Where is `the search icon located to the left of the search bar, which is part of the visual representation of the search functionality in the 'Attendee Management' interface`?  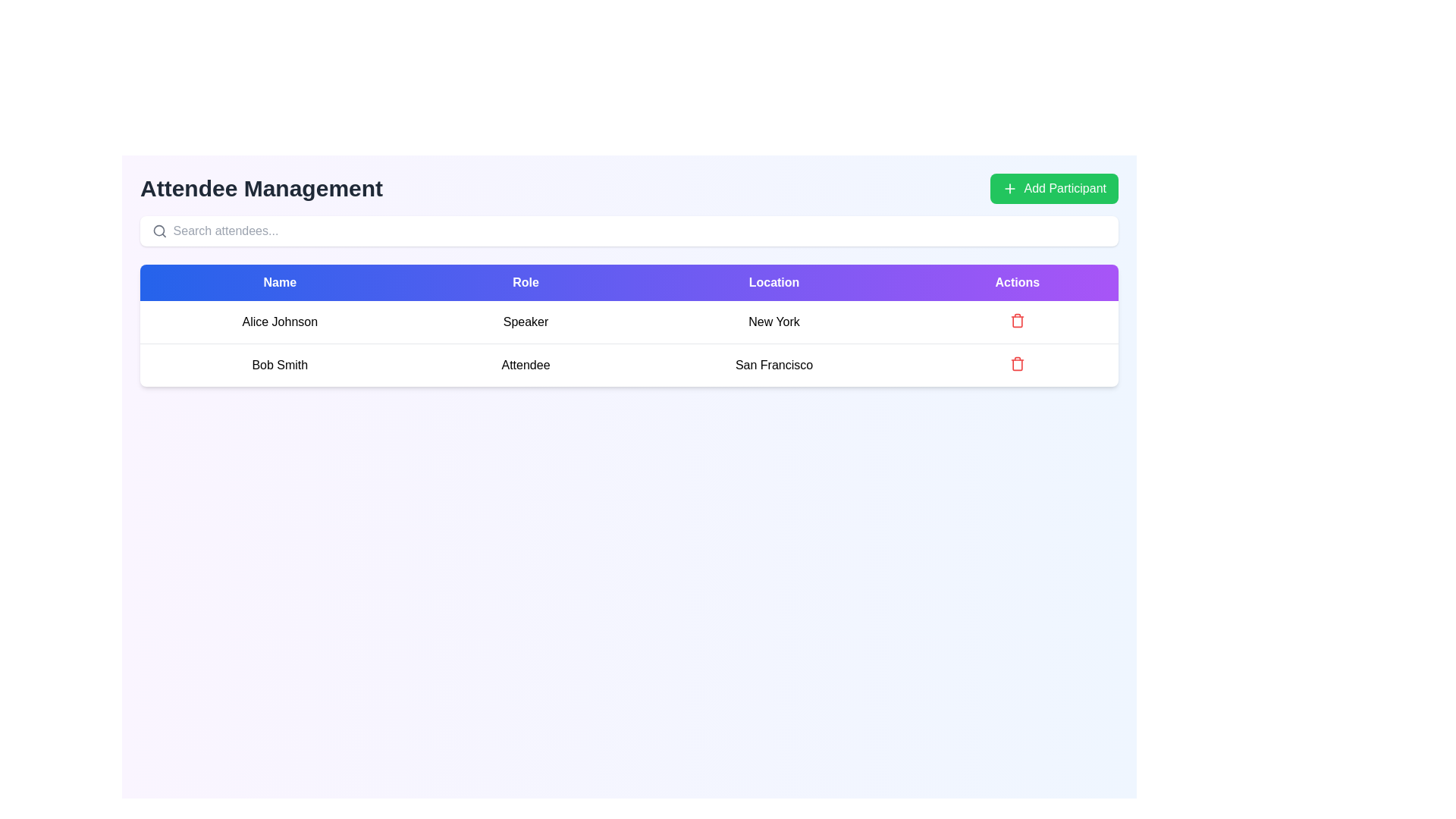
the search icon located to the left of the search bar, which is part of the visual representation of the search functionality in the 'Attendee Management' interface is located at coordinates (159, 231).